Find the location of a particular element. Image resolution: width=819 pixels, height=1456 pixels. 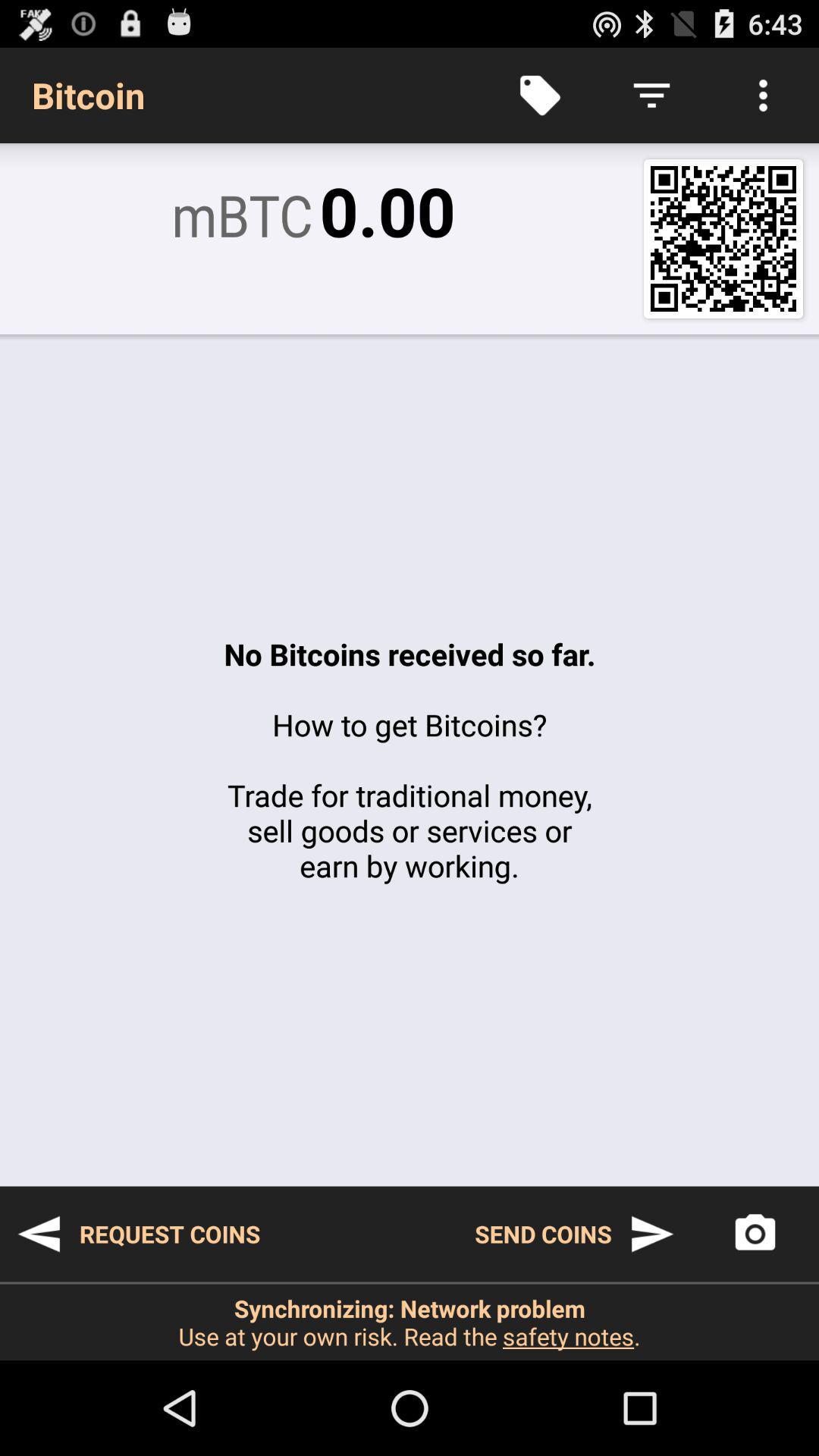

button to the right of the send coins is located at coordinates (755, 1234).